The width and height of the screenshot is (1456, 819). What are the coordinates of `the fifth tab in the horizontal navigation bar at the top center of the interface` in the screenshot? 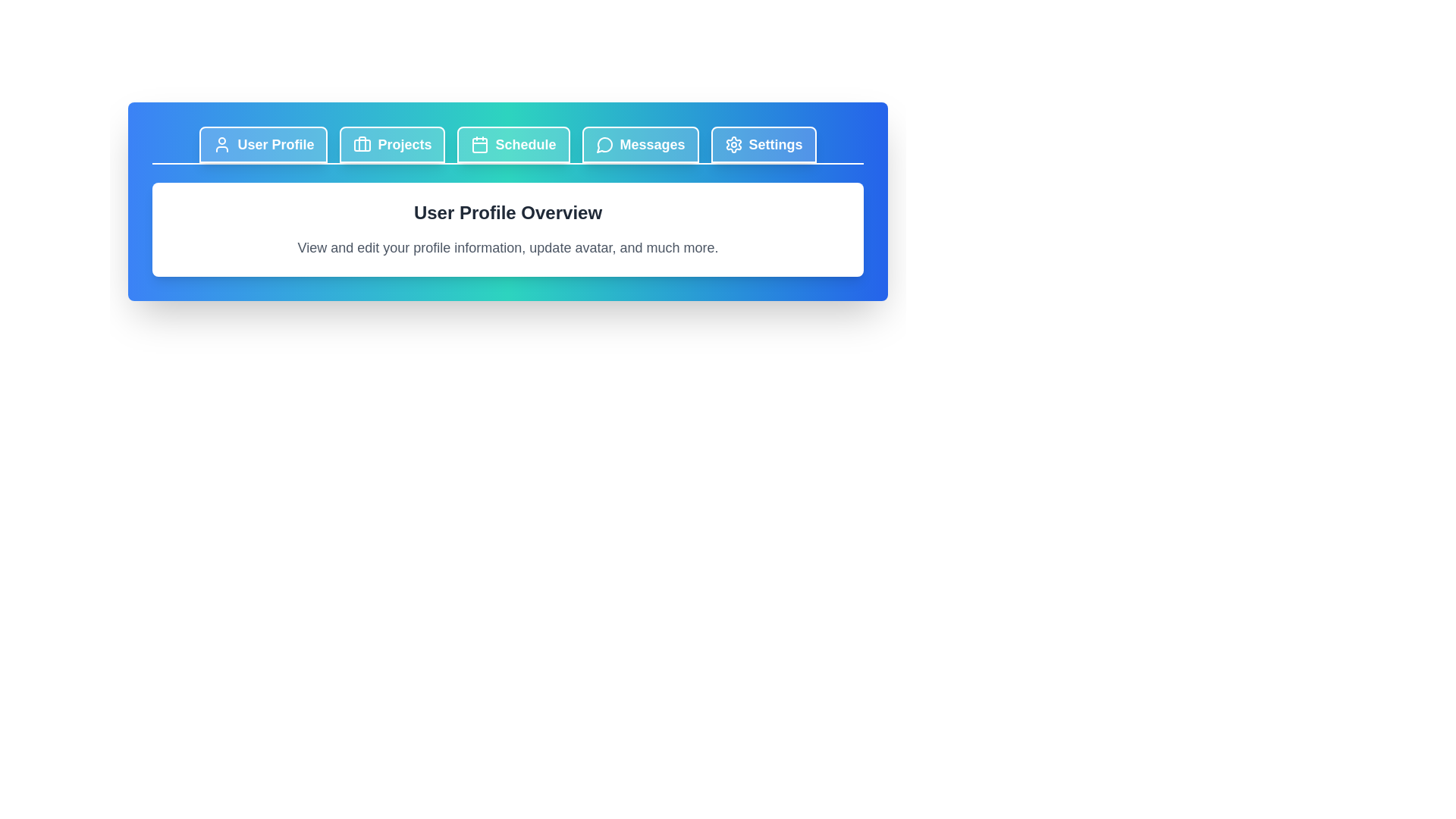 It's located at (764, 145).